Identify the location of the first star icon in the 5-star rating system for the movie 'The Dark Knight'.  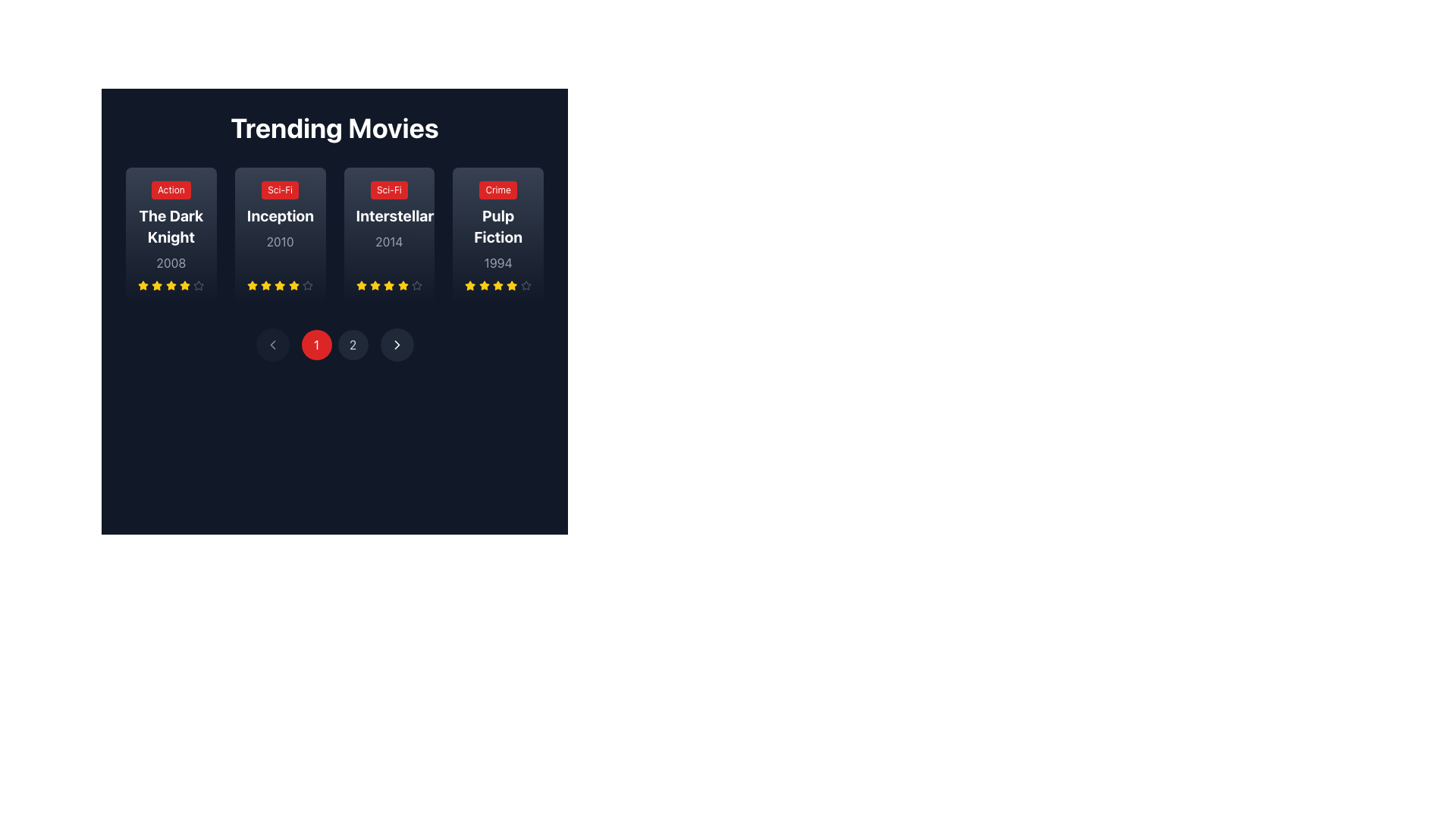
(143, 285).